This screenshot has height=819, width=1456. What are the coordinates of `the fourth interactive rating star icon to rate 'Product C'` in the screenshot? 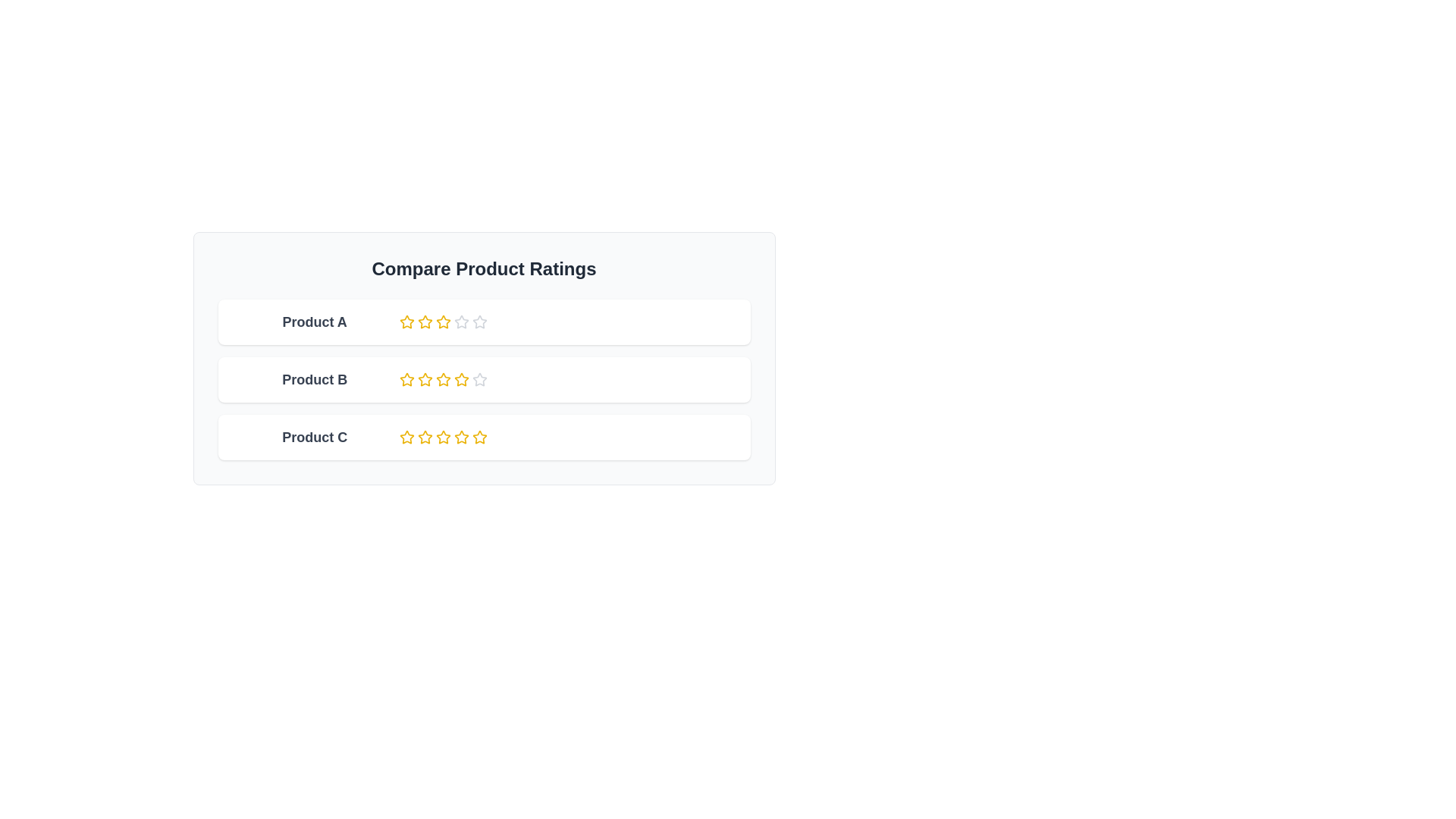 It's located at (460, 437).